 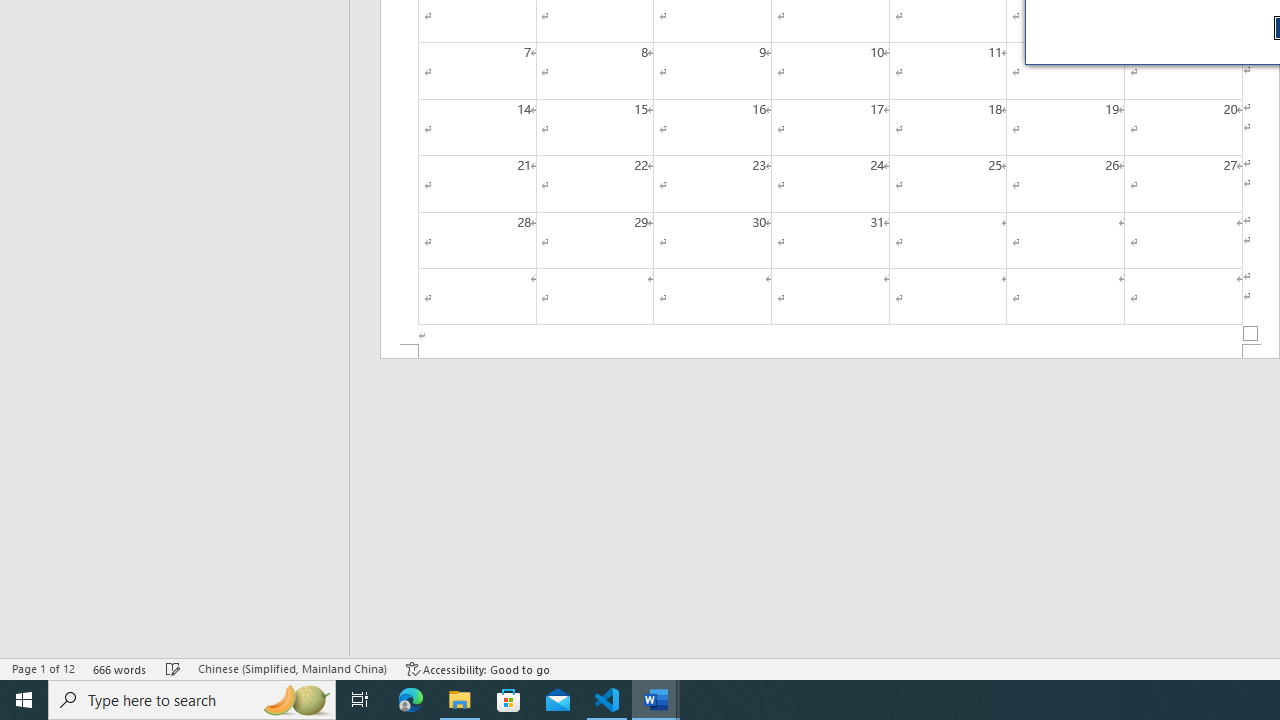 What do you see at coordinates (291, 669) in the screenshot?
I see `'Language Chinese (Simplified, Mainland China)'` at bounding box center [291, 669].